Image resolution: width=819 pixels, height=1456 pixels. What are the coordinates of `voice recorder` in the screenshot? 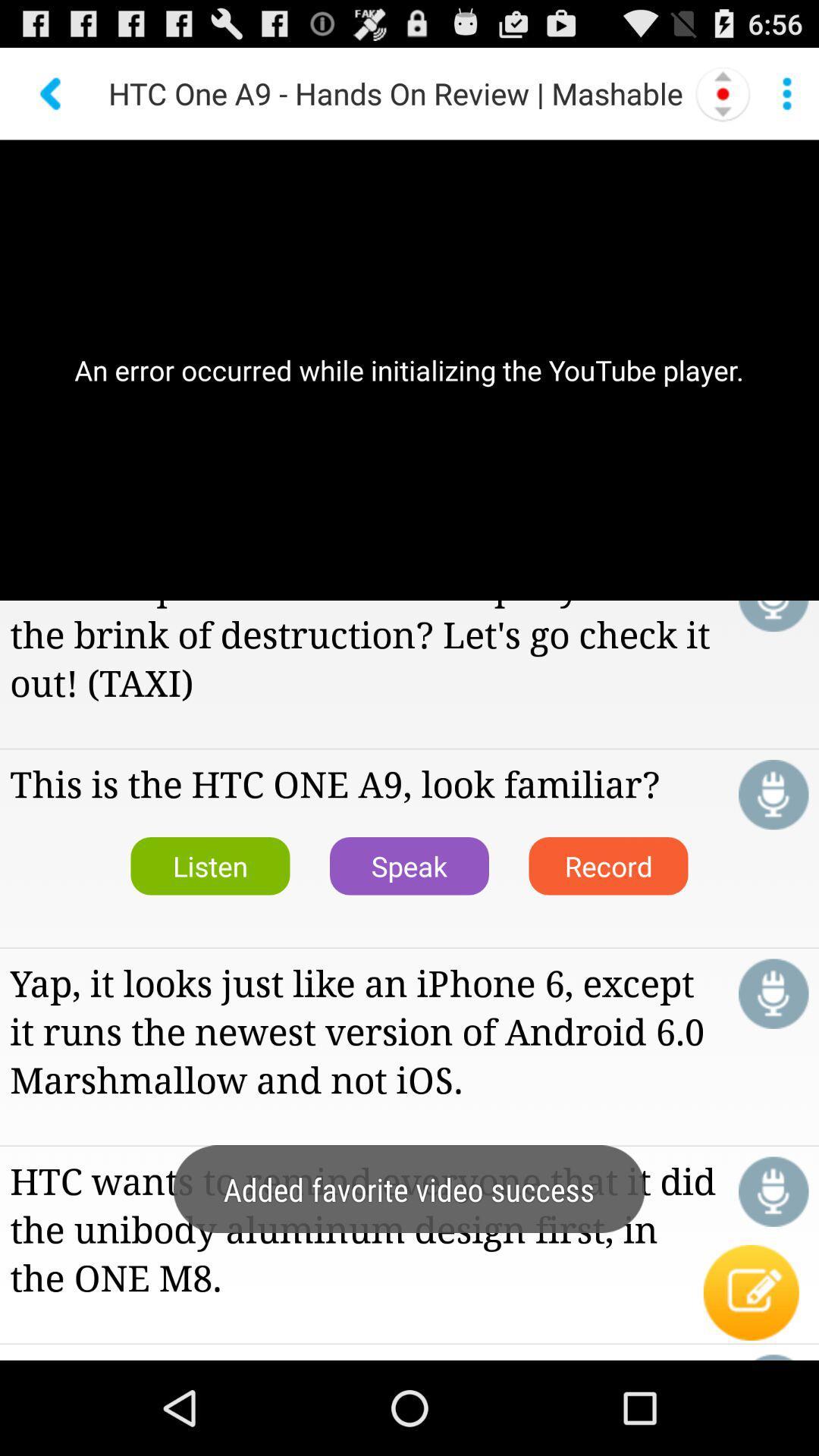 It's located at (773, 794).